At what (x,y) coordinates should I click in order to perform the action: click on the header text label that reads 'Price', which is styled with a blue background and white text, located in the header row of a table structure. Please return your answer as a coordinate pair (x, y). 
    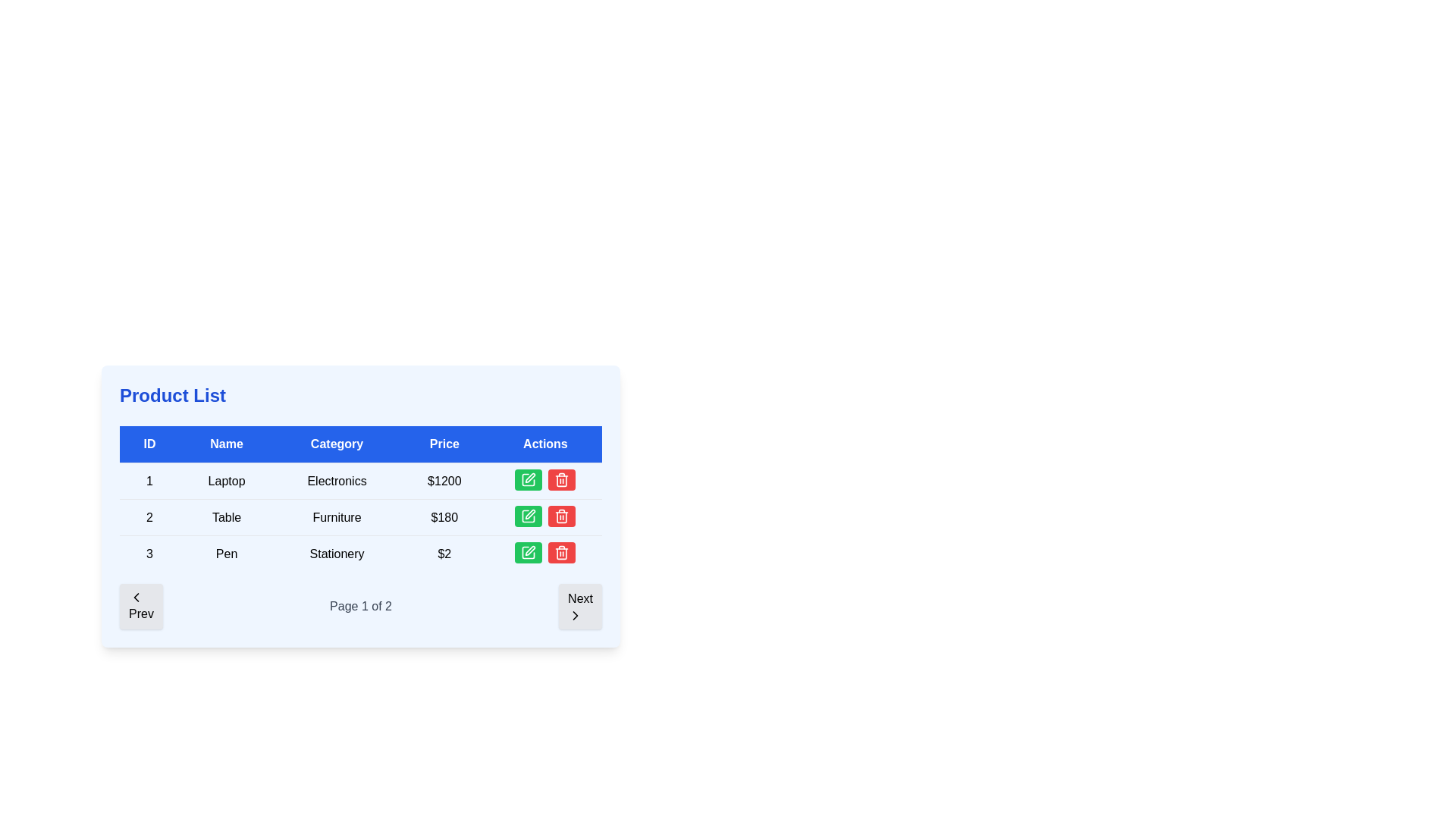
    Looking at the image, I should click on (444, 444).